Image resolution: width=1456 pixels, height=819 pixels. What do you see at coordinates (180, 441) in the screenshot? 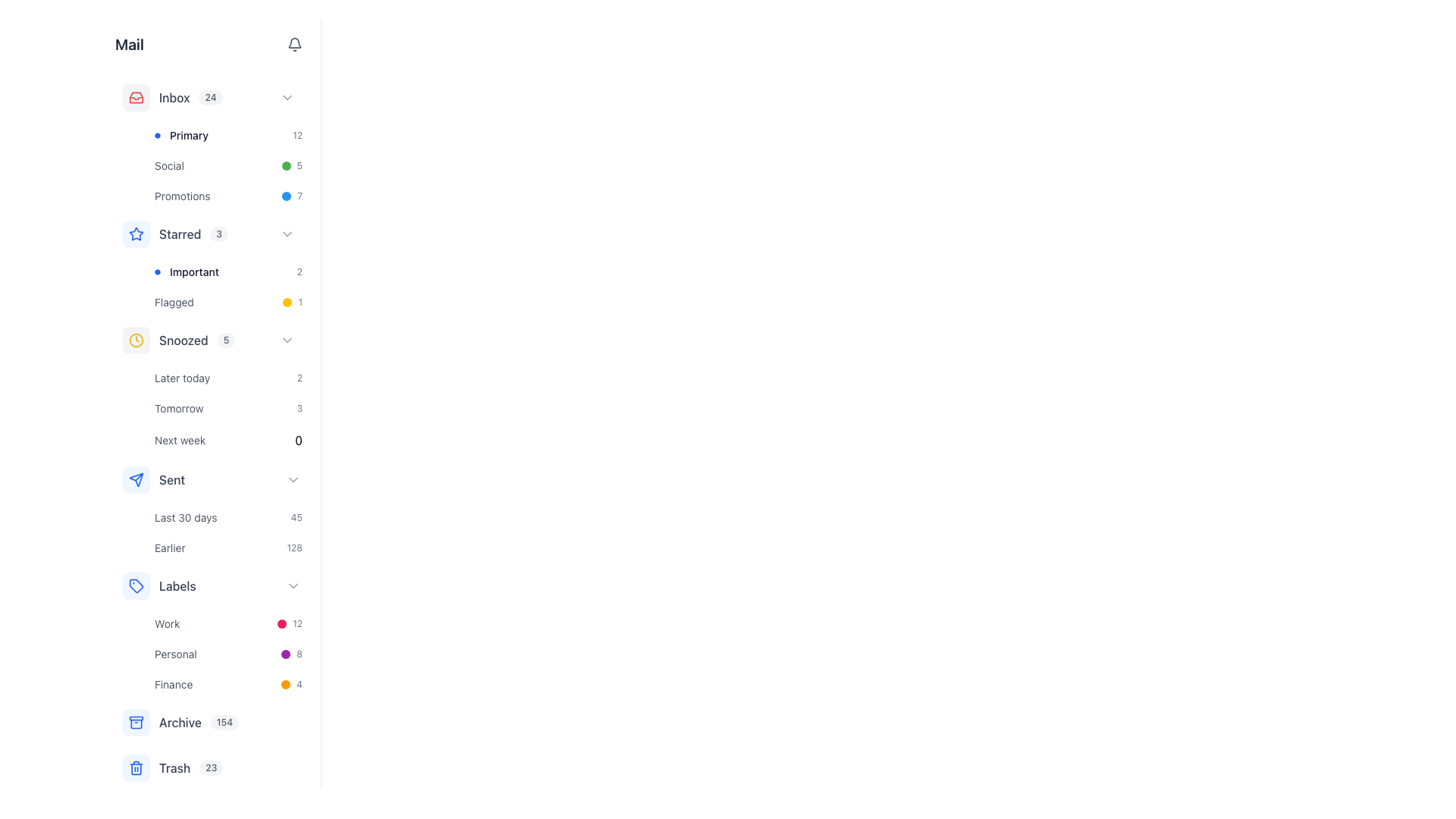
I see `the 'Next week' text label located in the 'Snoozed' section to filter items by 'Next week'` at bounding box center [180, 441].